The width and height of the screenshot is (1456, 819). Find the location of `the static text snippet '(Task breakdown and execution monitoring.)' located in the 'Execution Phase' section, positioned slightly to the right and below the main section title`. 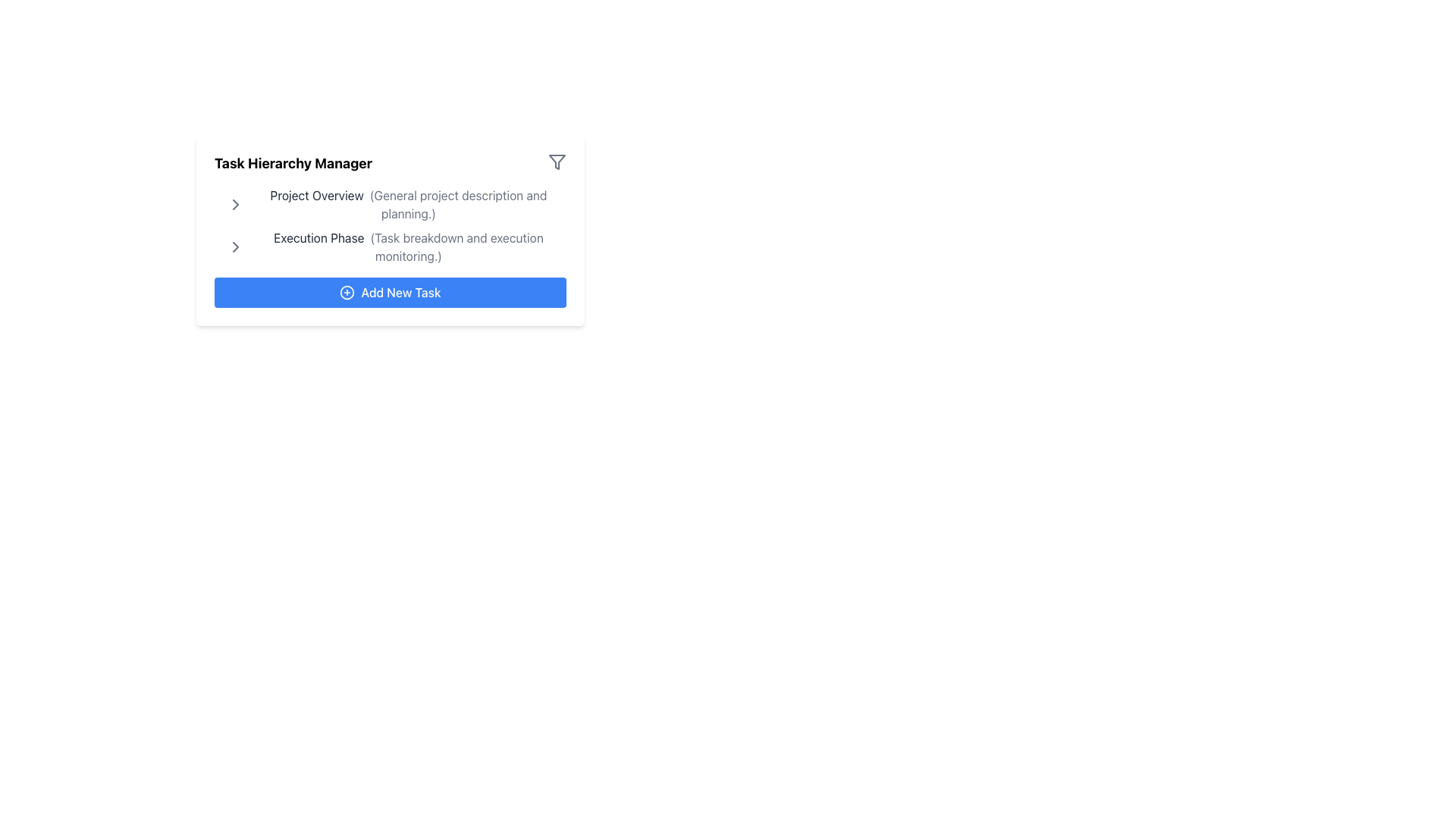

the static text snippet '(Task breakdown and execution monitoring.)' located in the 'Execution Phase' section, positioned slightly to the right and below the main section title is located at coordinates (456, 246).